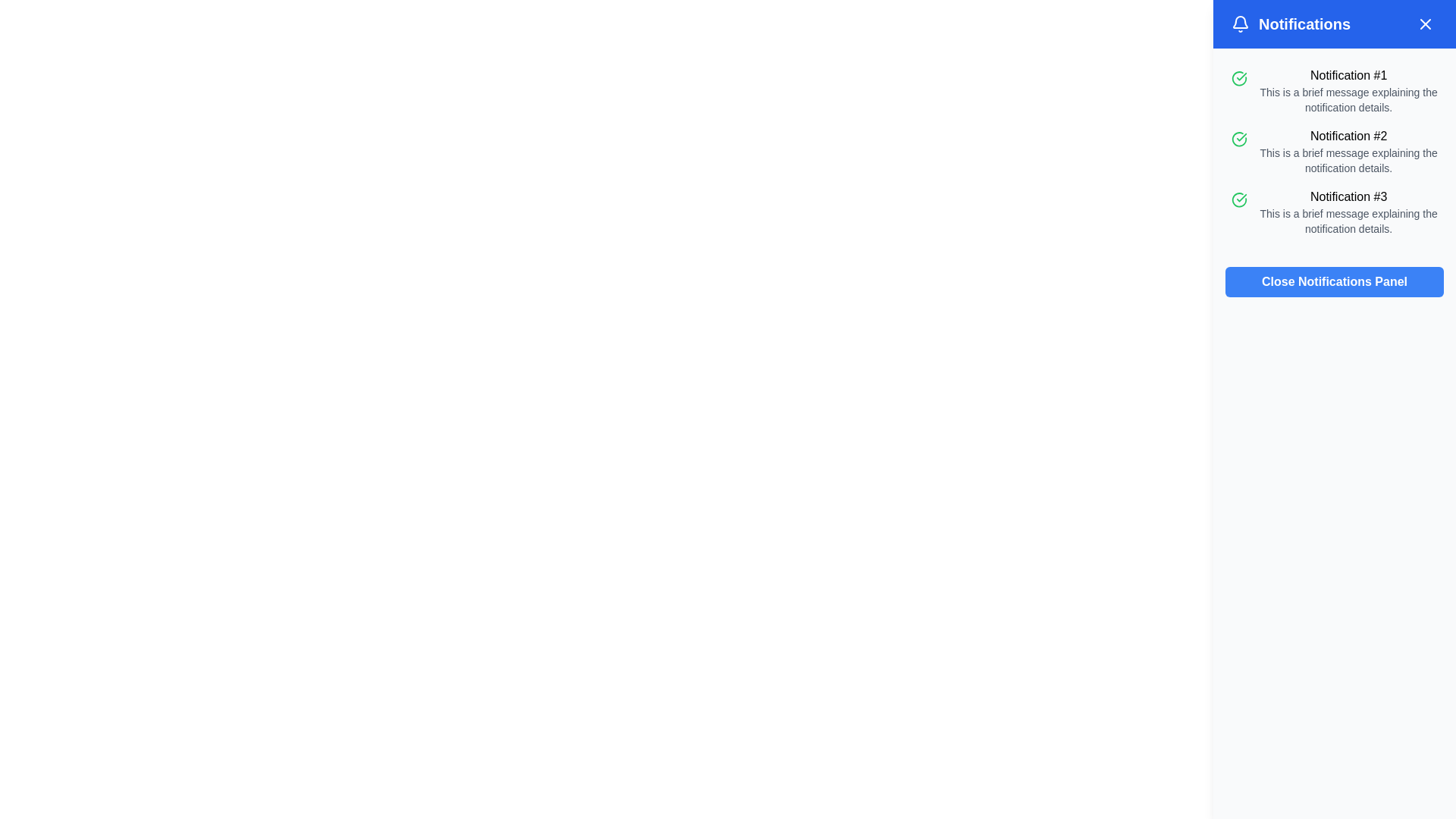  Describe the element at coordinates (1241, 77) in the screenshot. I see `the green checkmark icon in the second notification entry of the notification panel, located to the left of 'Notification #2.'` at that location.